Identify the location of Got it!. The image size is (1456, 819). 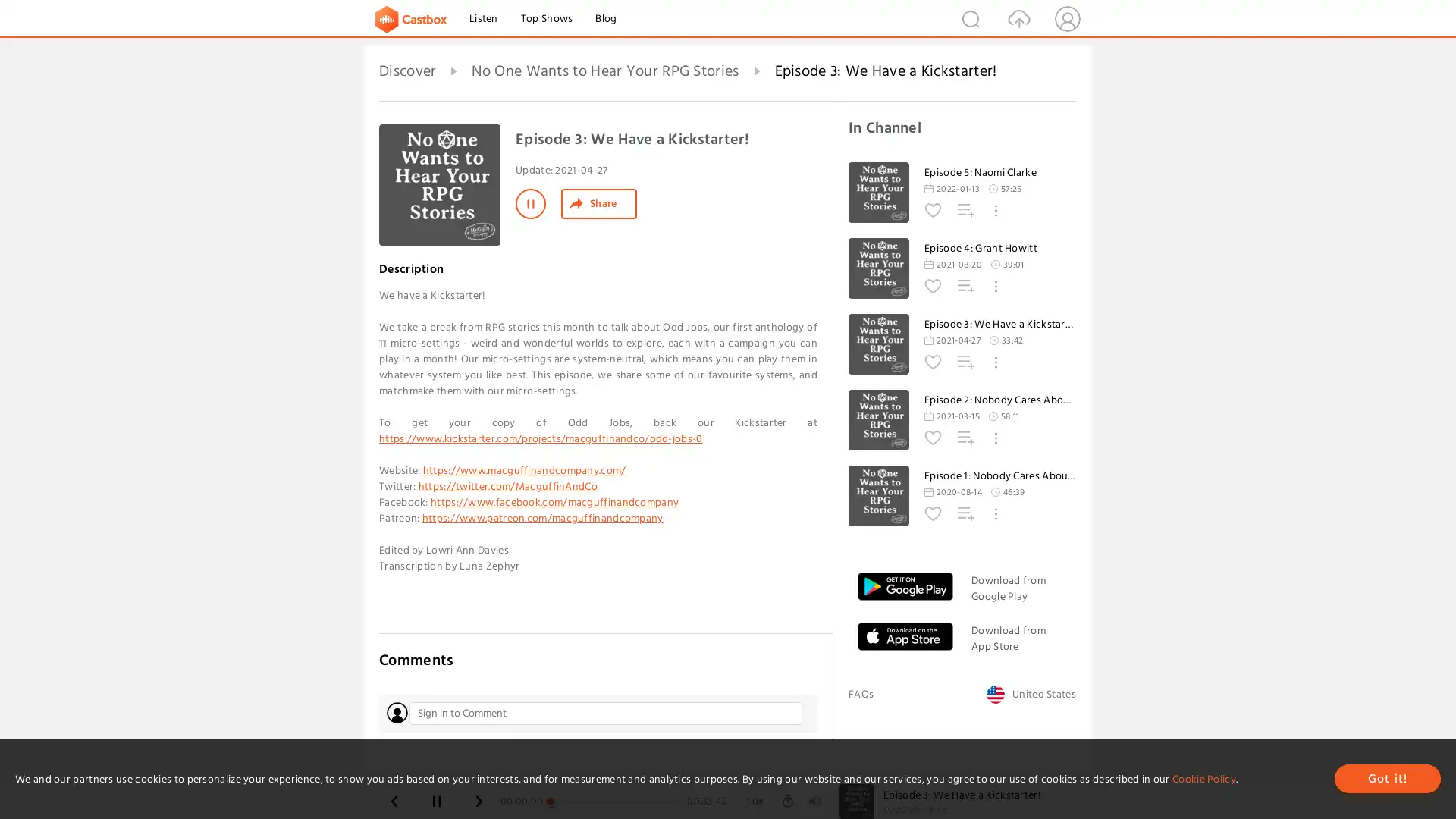
(1387, 778).